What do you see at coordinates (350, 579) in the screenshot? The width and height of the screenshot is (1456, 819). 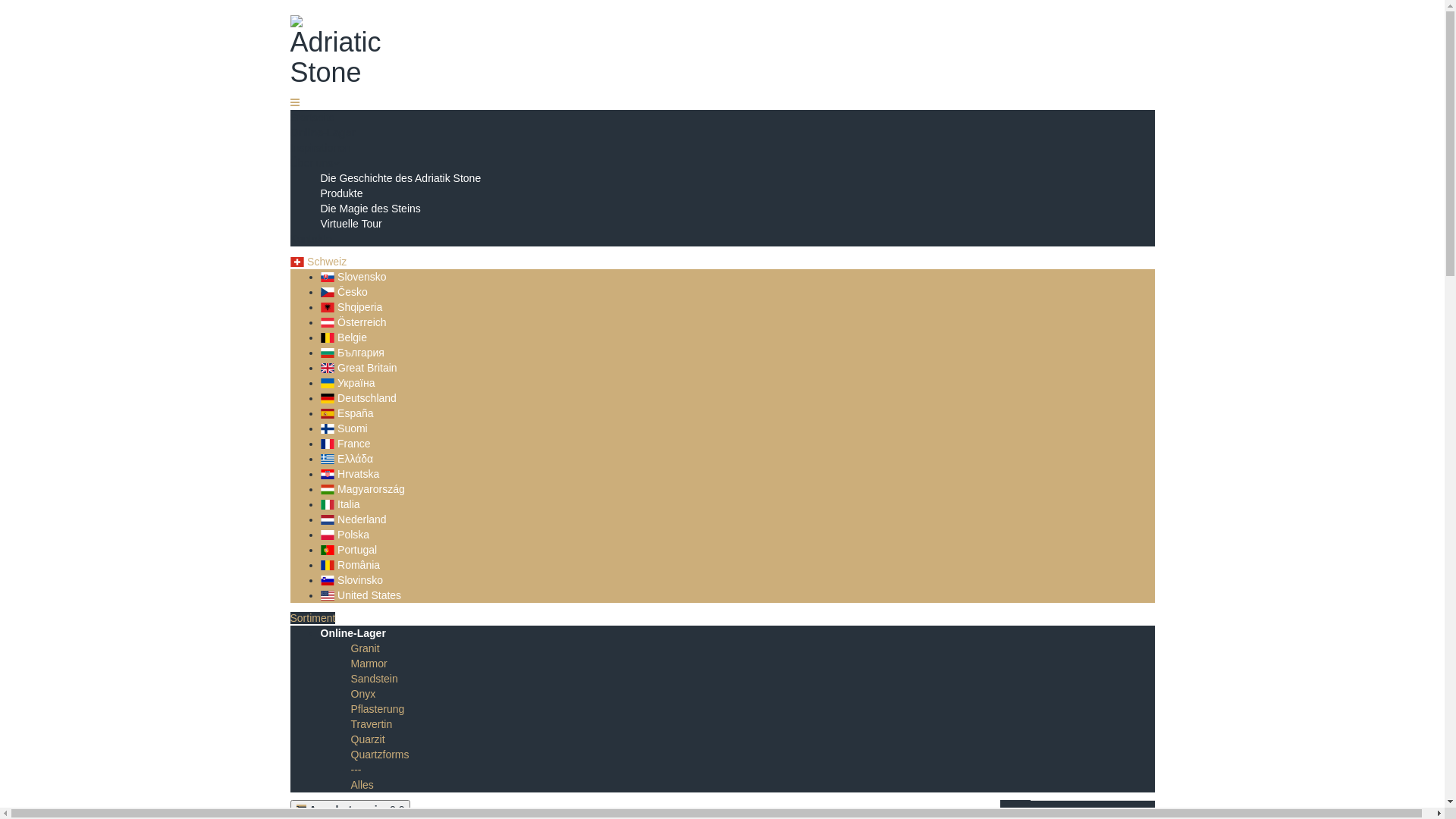 I see `' Slovinsko'` at bounding box center [350, 579].